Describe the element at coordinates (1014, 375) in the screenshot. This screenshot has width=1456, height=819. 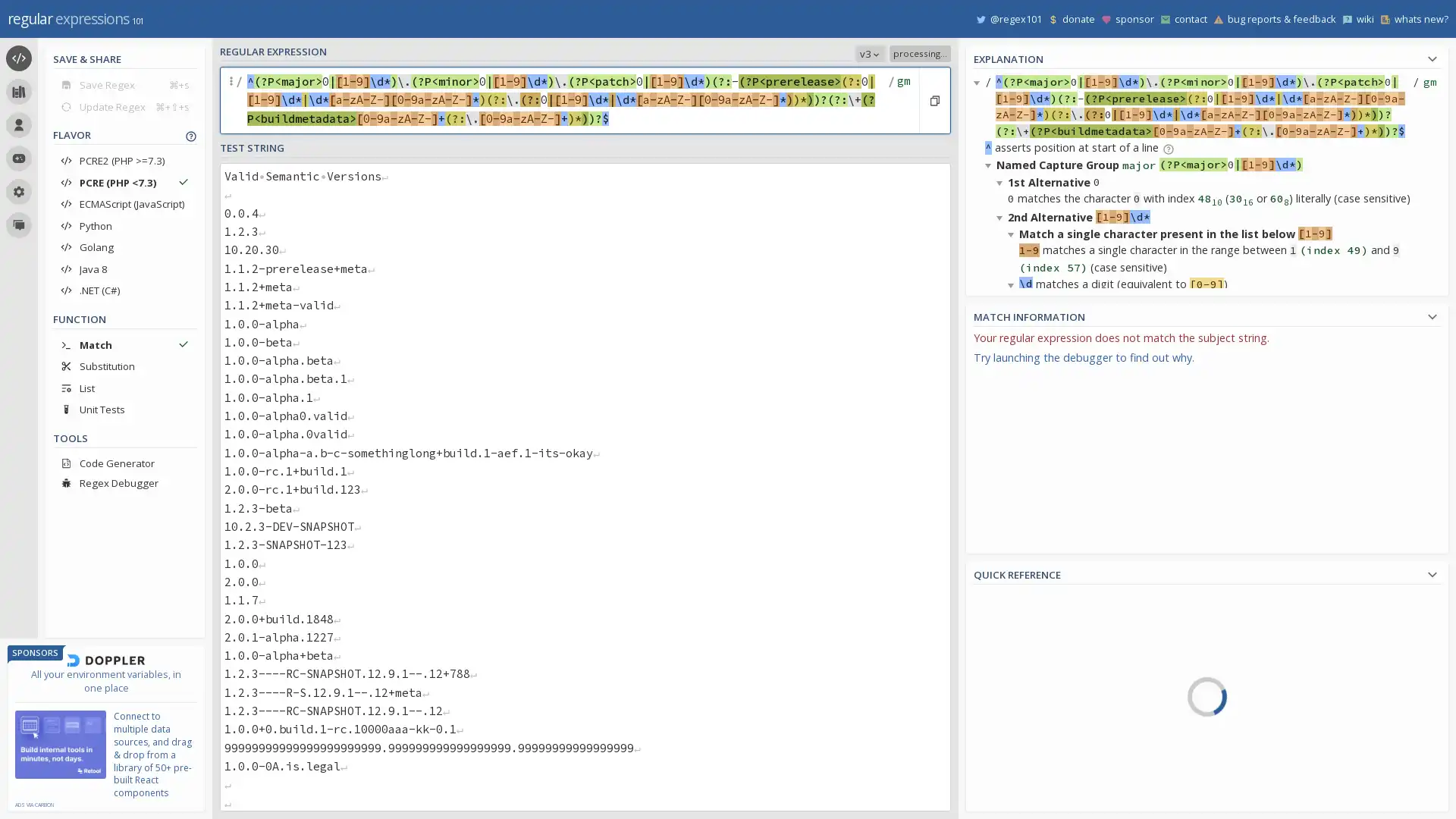
I see `Group major` at that location.